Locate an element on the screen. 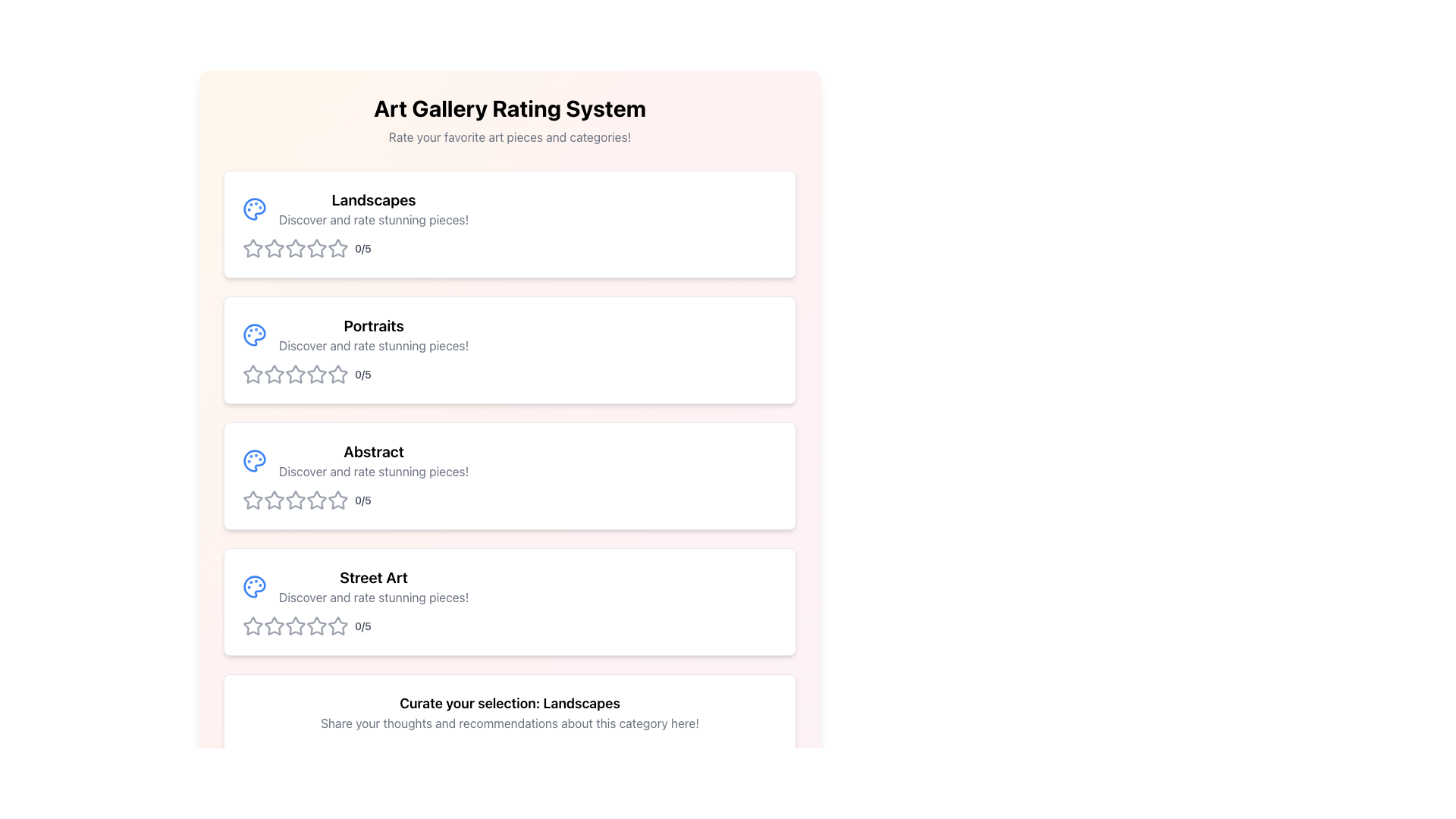 The image size is (1456, 819). the descriptive text element providing context for the 'Landscapes' category, located directly beneath the title within the first list item component is located at coordinates (374, 219).